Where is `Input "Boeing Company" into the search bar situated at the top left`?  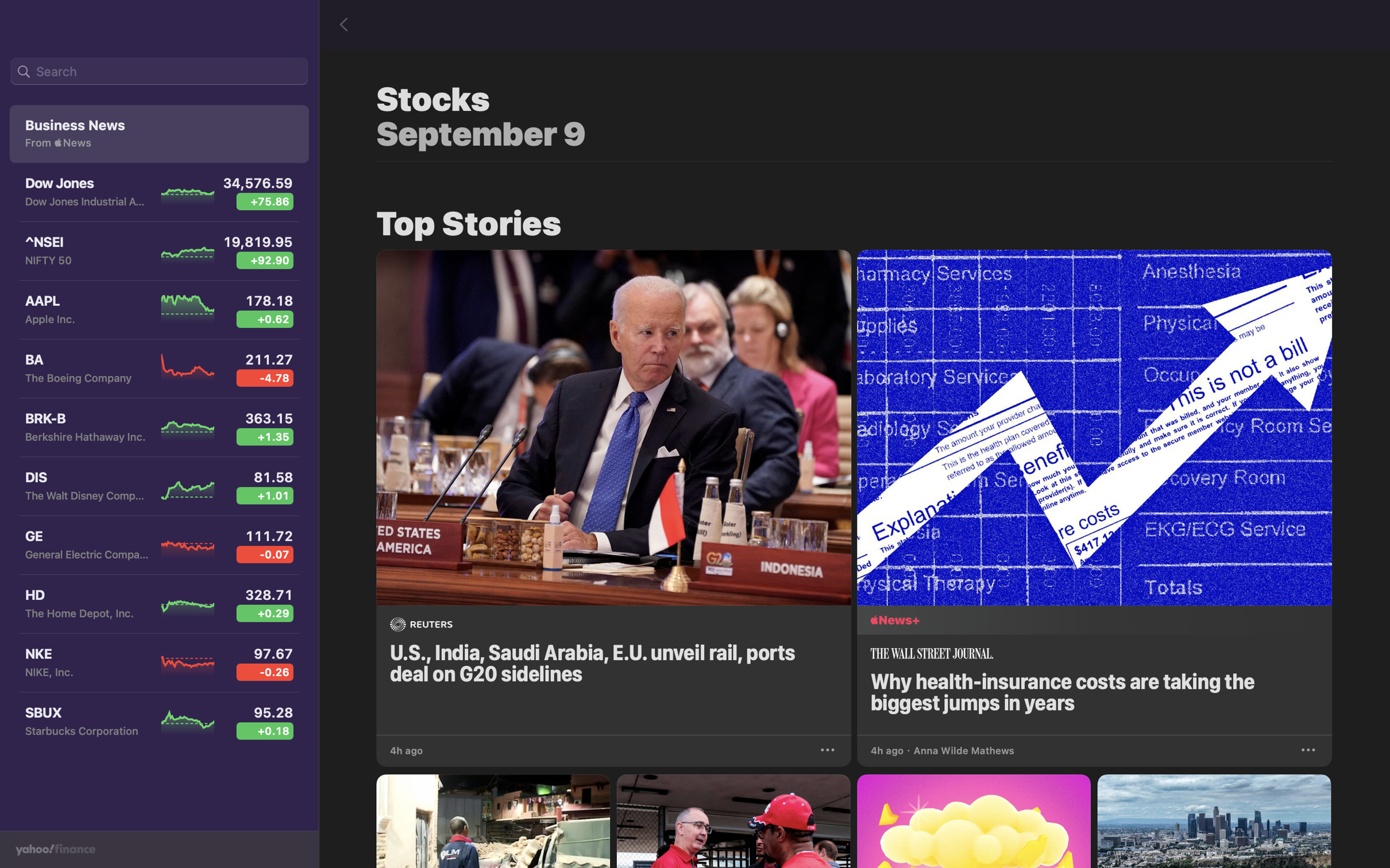 Input "Boeing Company" into the search bar situated at the top left is located at coordinates (159, 72).